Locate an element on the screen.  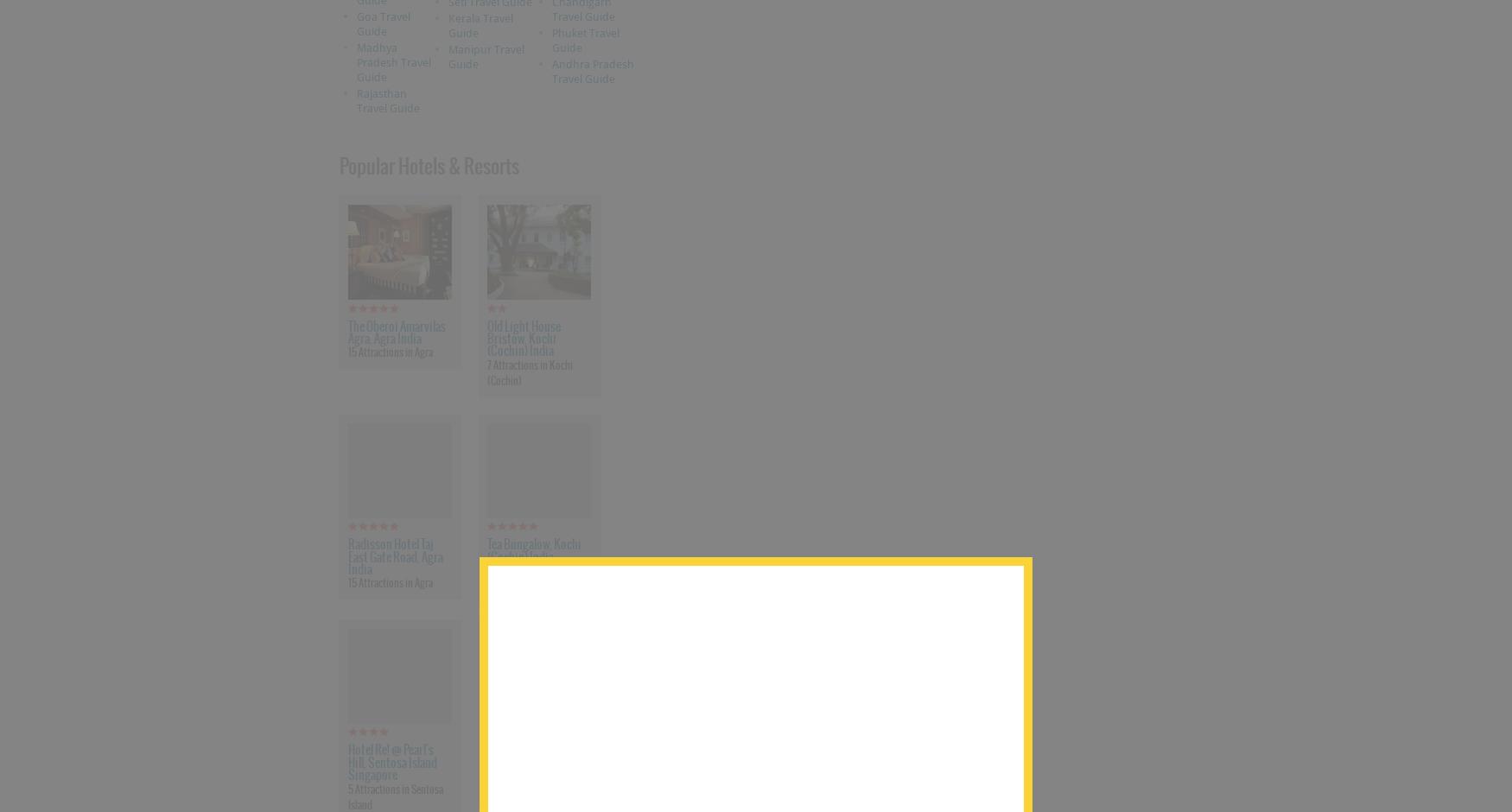
'Country Inn & Suites By Carlson, Pushkar India' is located at coordinates (536, 762).